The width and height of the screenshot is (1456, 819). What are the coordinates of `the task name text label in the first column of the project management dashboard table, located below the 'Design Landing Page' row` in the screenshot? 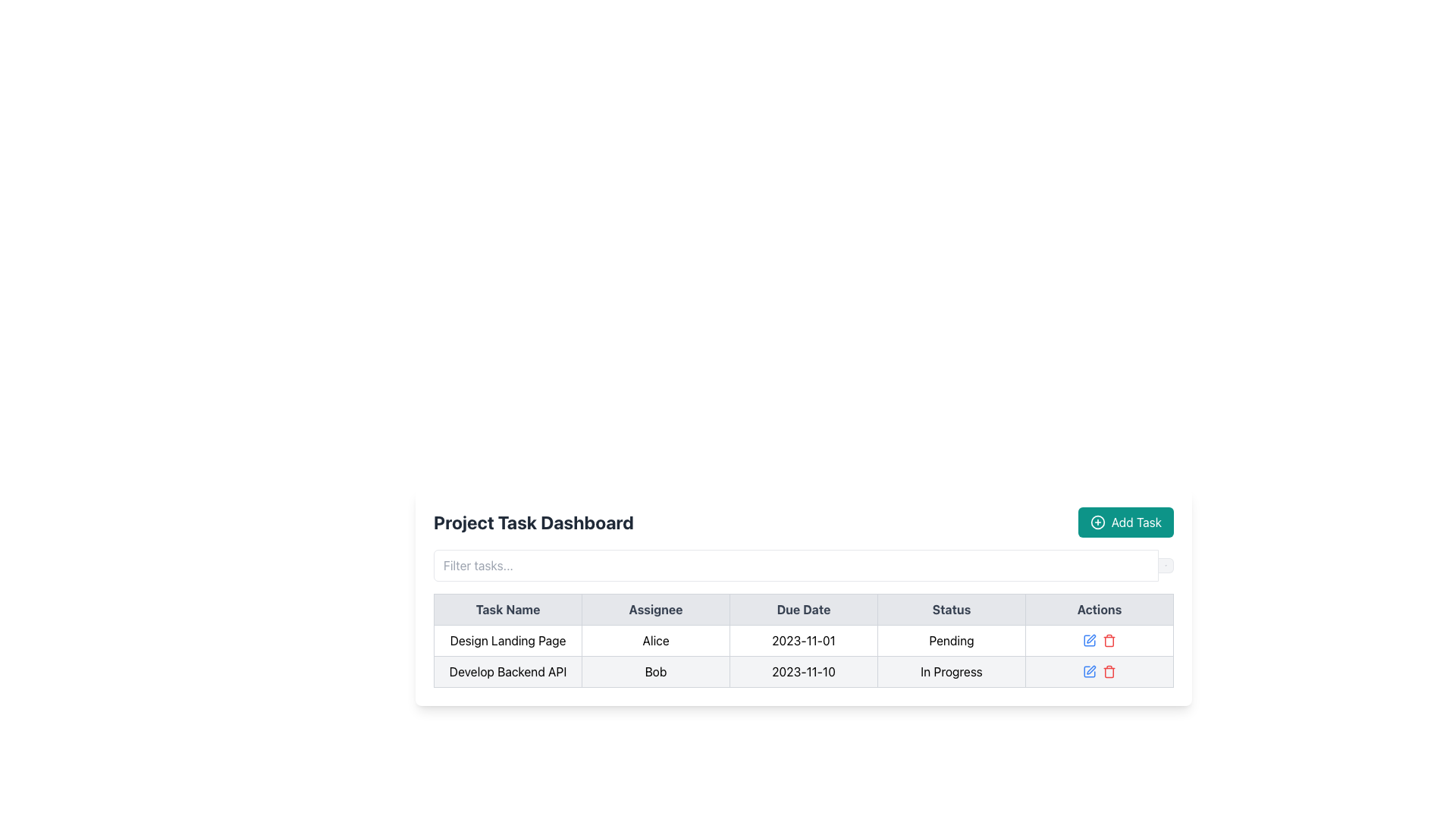 It's located at (508, 671).